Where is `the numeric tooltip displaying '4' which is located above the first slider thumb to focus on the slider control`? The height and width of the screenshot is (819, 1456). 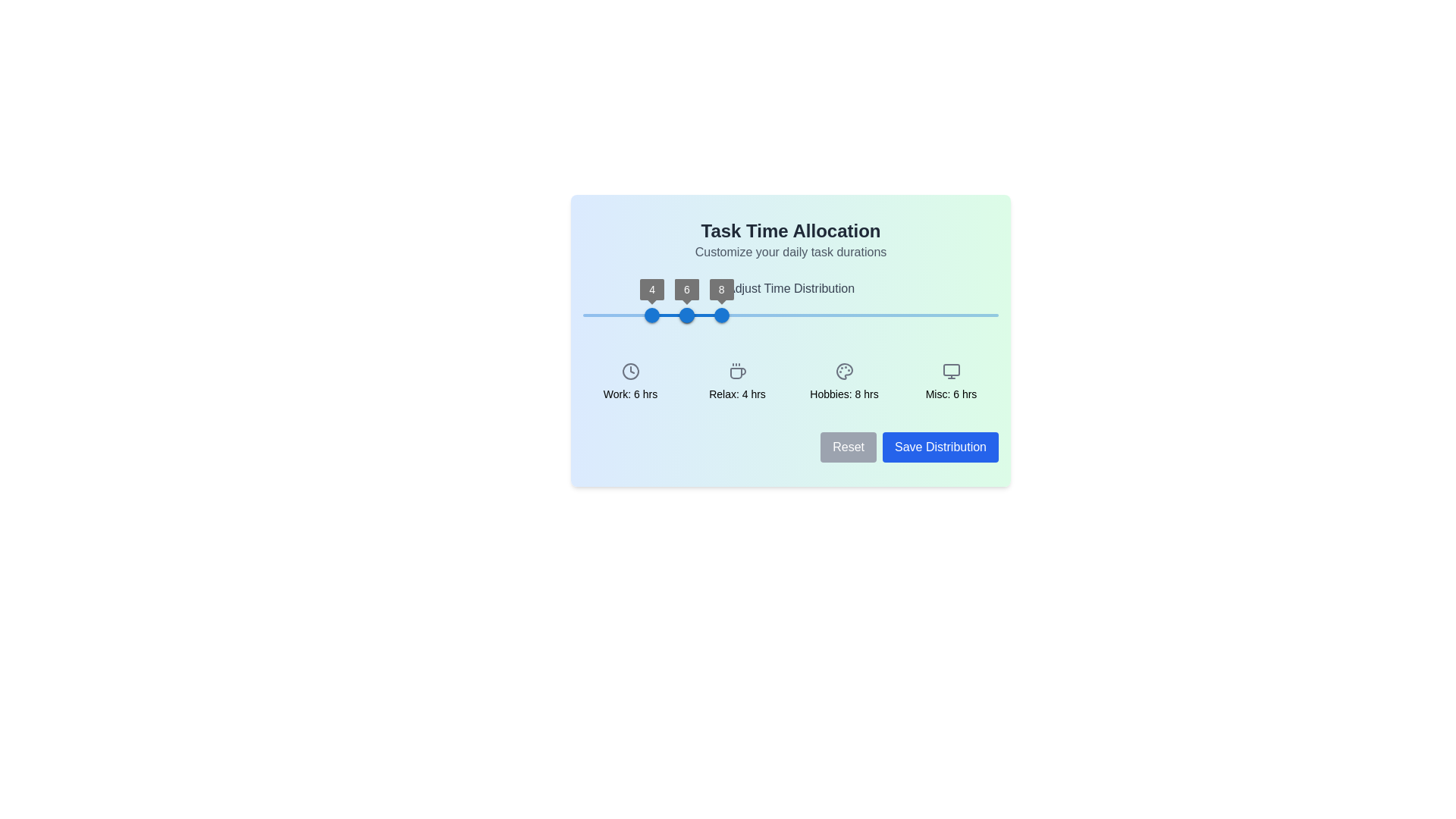
the numeric tooltip displaying '4' which is located above the first slider thumb to focus on the slider control is located at coordinates (652, 289).